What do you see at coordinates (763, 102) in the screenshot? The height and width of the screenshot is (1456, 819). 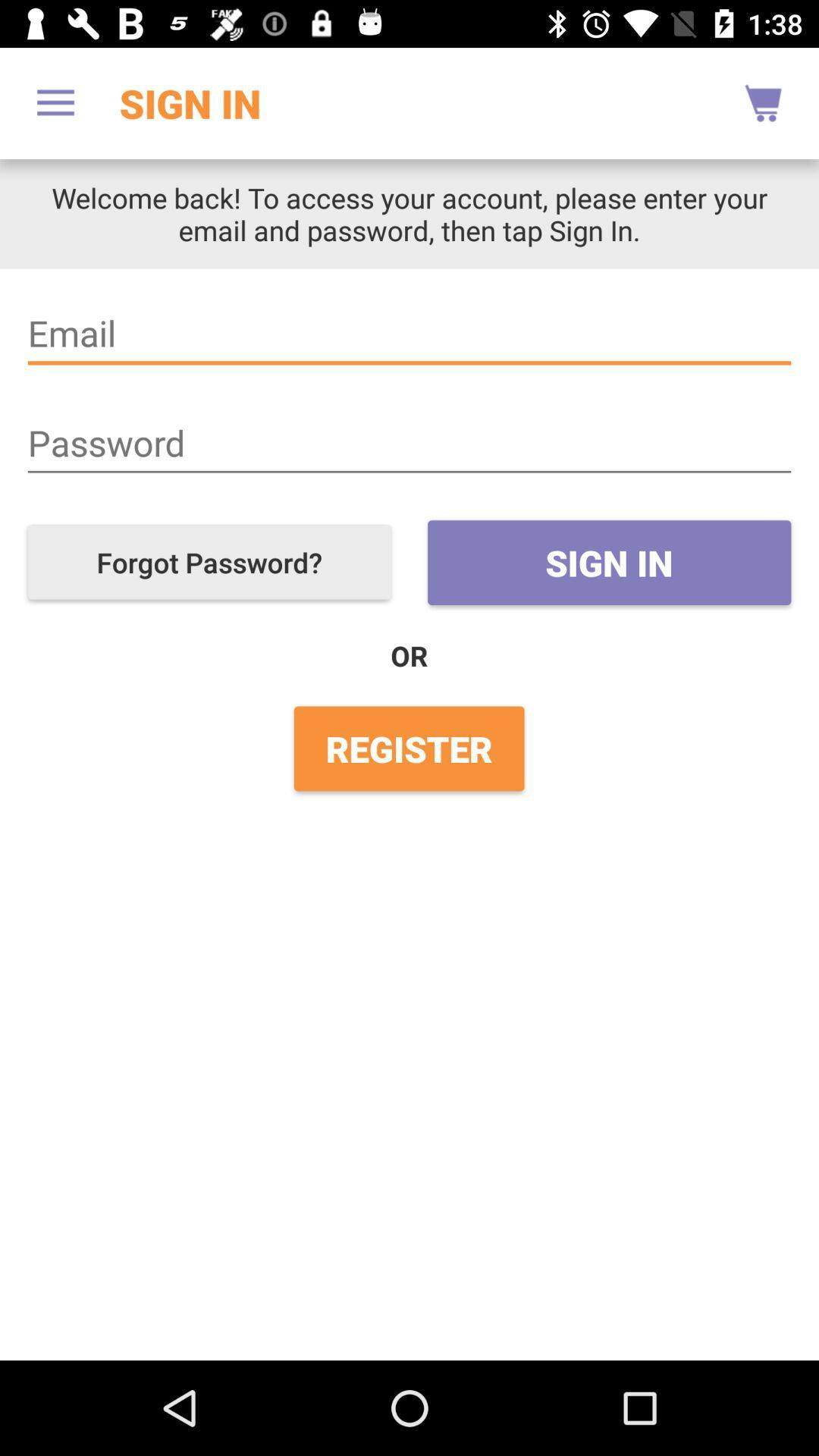 I see `icon above the welcome back to icon` at bounding box center [763, 102].